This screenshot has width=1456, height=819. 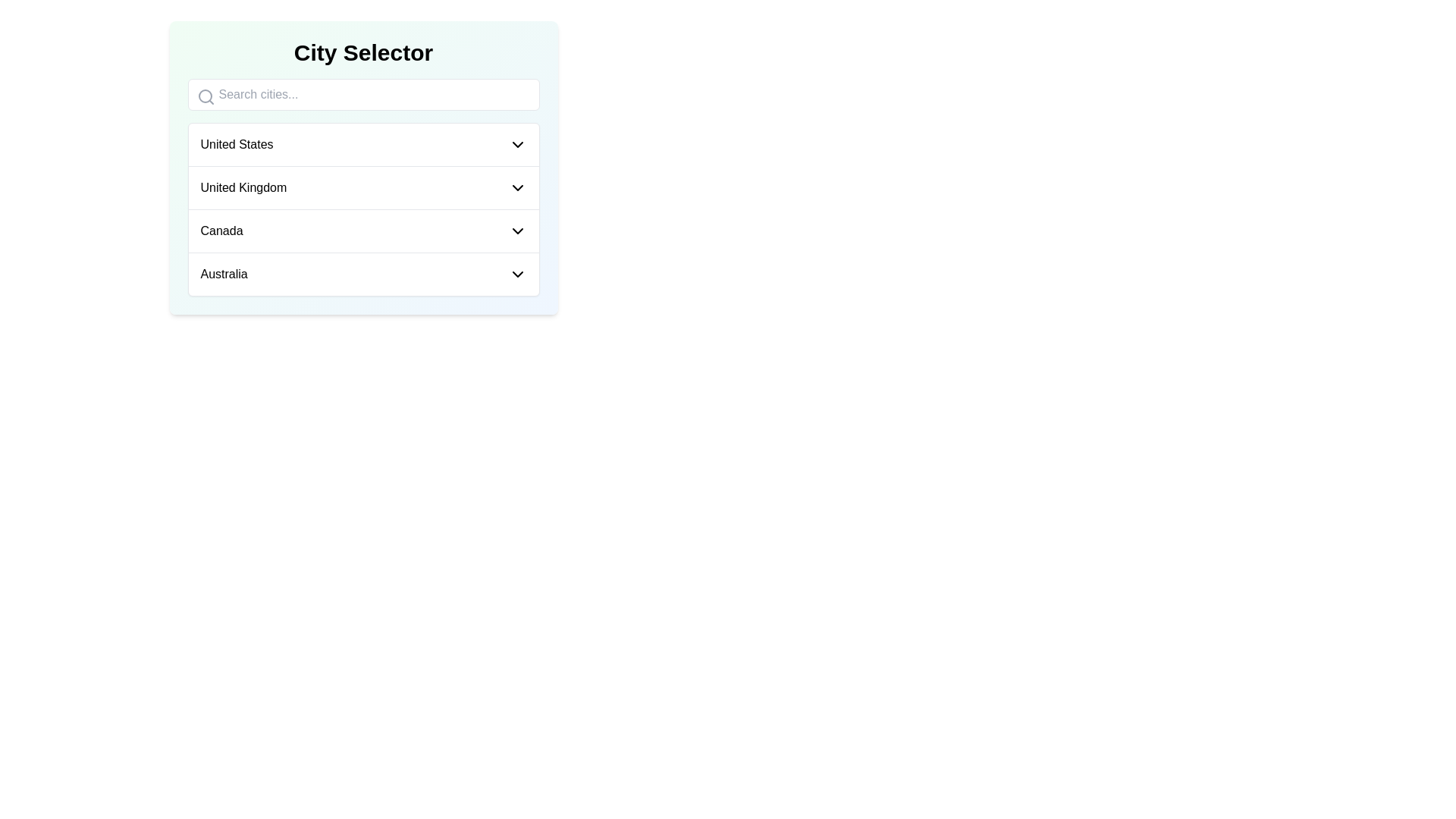 What do you see at coordinates (362, 231) in the screenshot?
I see `the dropdown list item labeled 'Canada'` at bounding box center [362, 231].